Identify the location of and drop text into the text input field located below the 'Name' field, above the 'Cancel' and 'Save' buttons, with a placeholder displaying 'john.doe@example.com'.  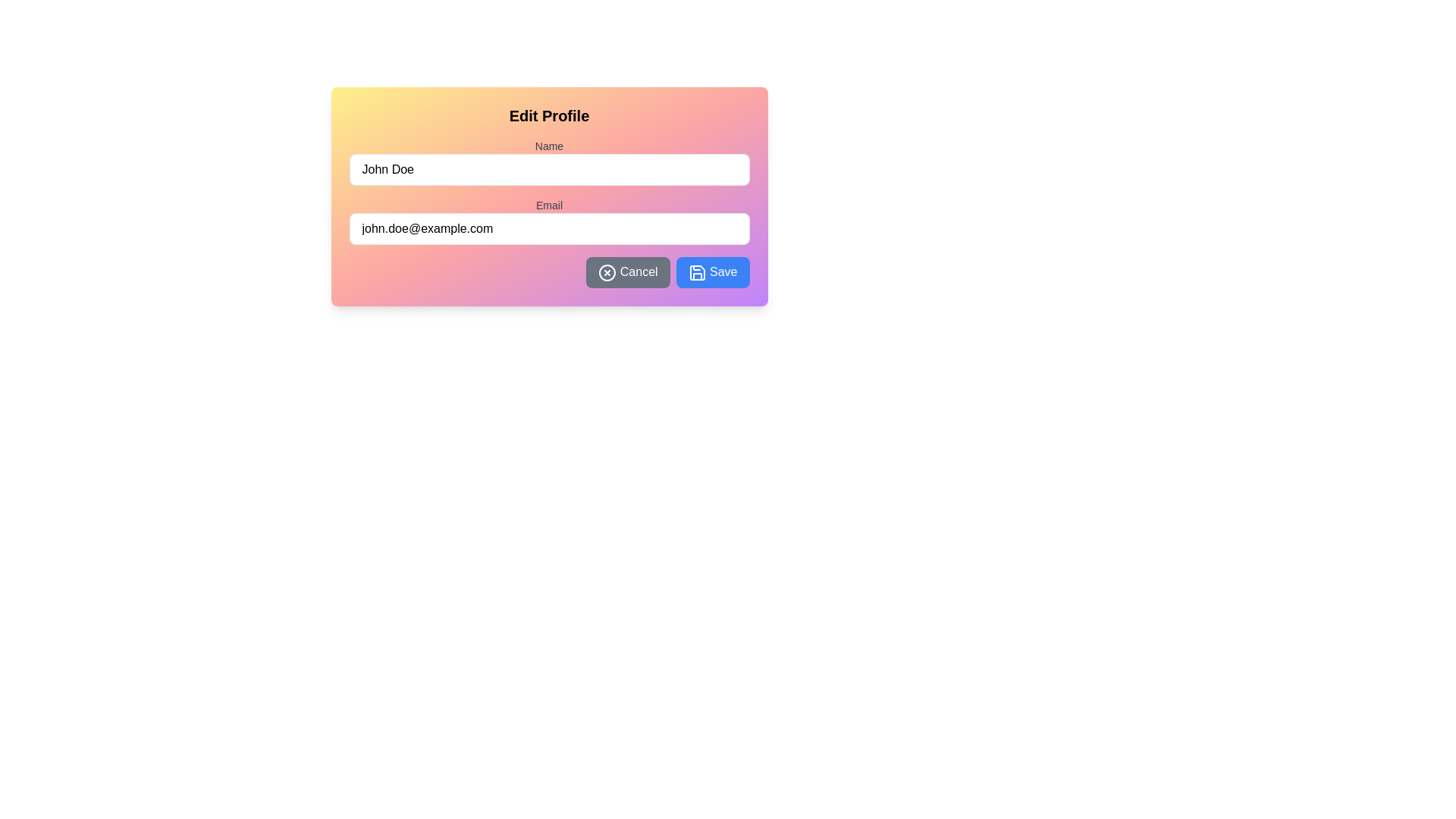
(548, 234).